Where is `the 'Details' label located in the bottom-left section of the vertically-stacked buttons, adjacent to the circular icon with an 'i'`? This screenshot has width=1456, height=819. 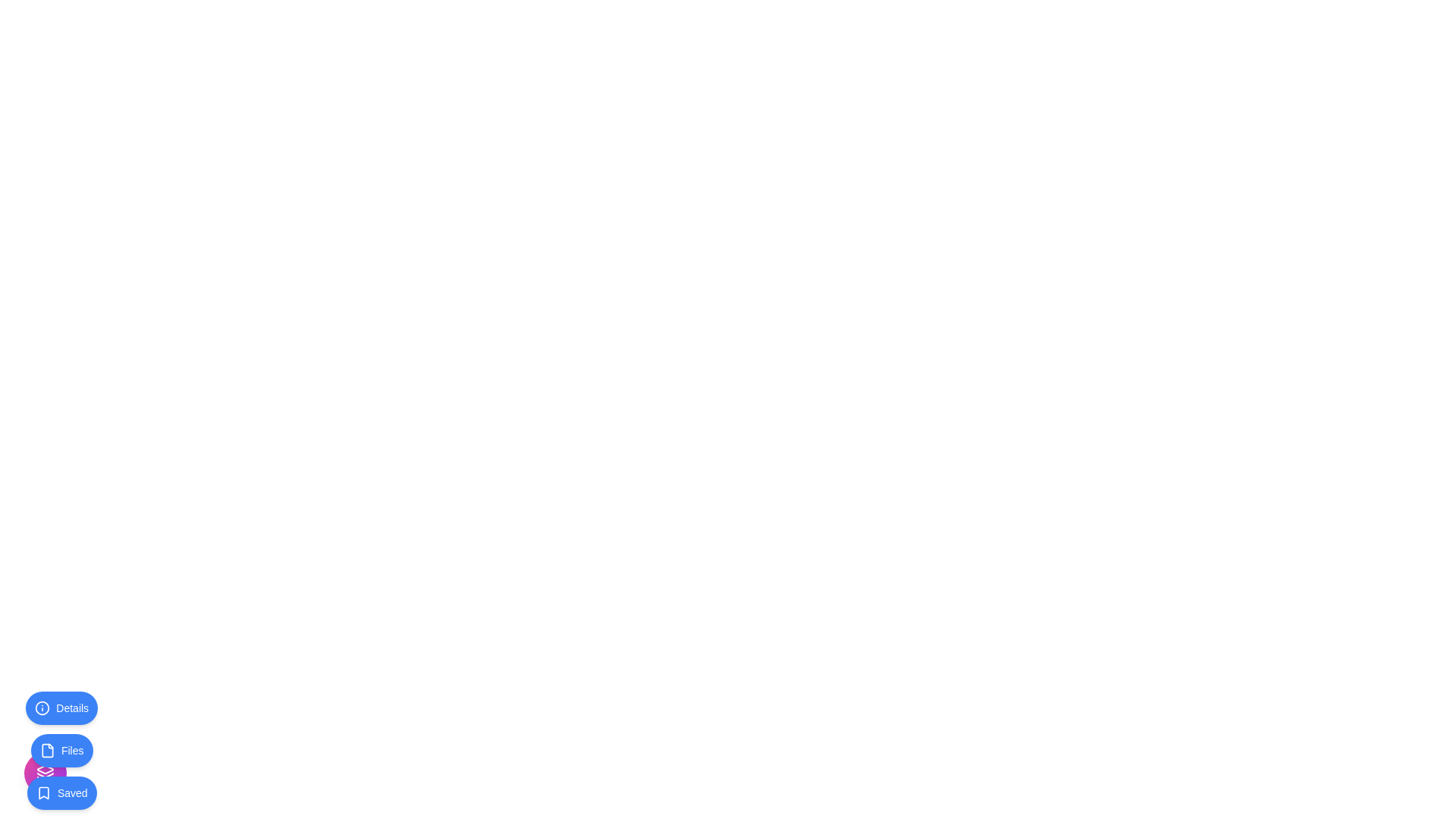 the 'Details' label located in the bottom-left section of the vertically-stacked buttons, adjacent to the circular icon with an 'i' is located at coordinates (71, 708).